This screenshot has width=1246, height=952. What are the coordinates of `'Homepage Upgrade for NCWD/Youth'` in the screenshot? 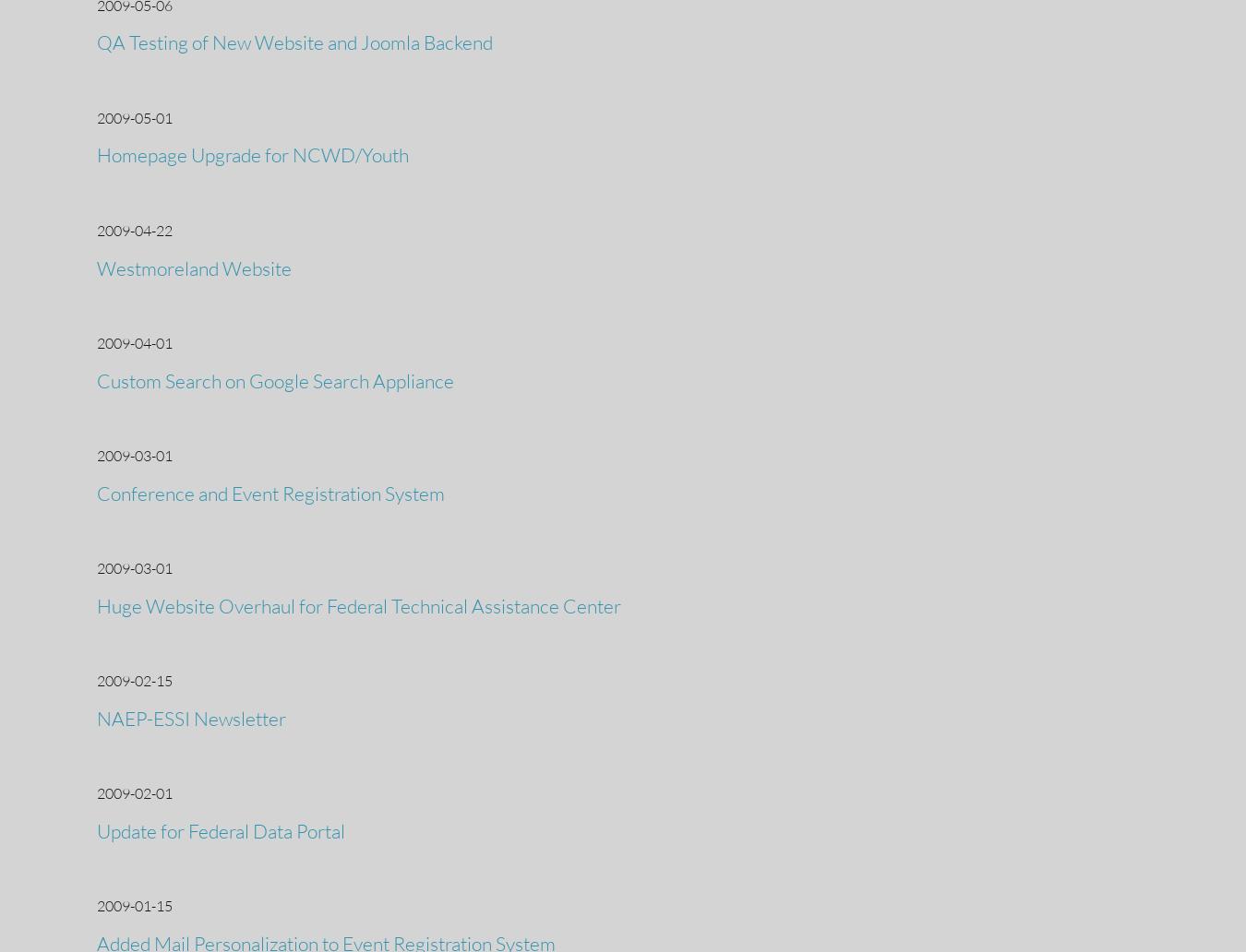 It's located at (252, 154).